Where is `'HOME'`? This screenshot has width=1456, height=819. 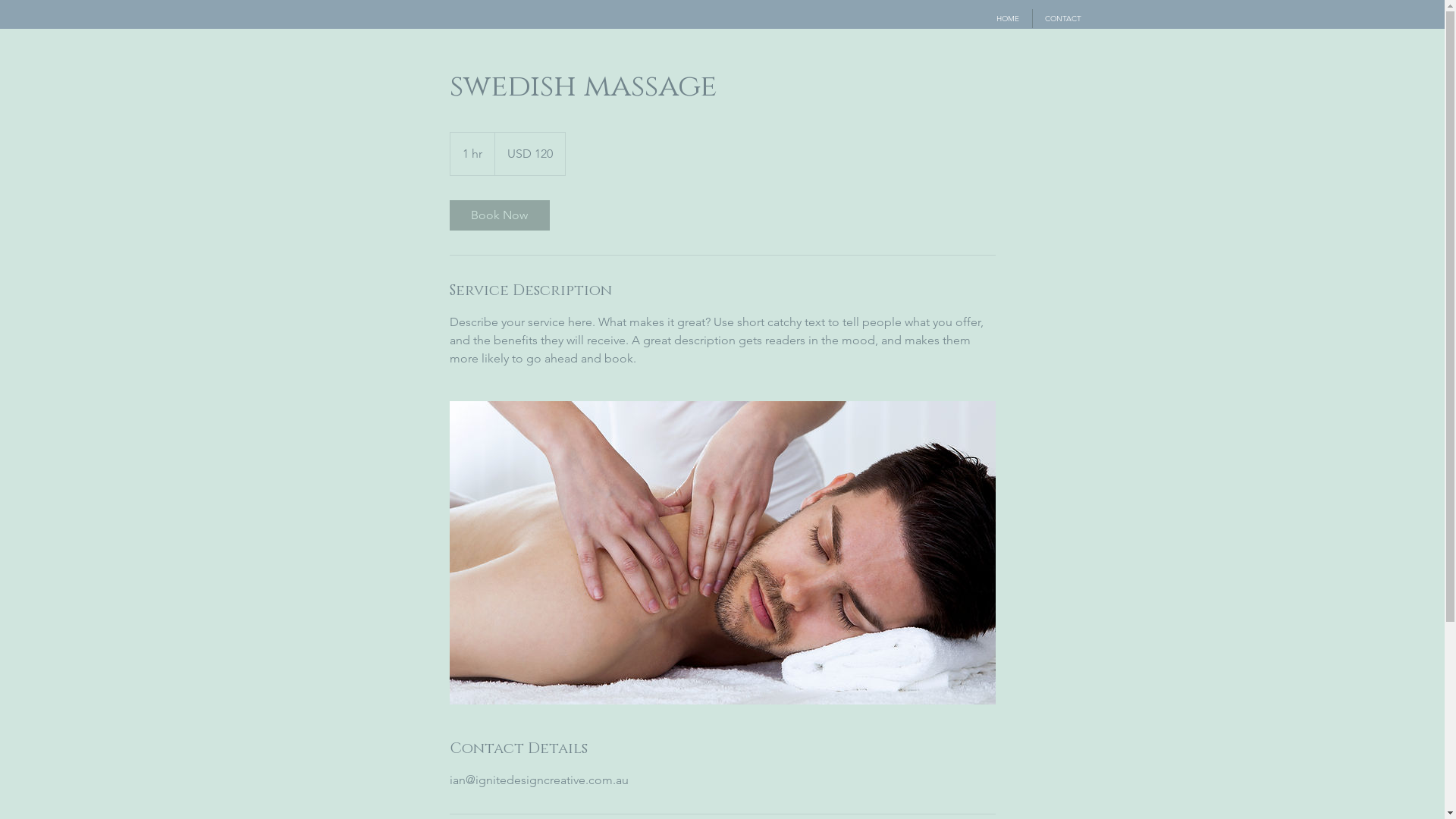
'HOME' is located at coordinates (1007, 18).